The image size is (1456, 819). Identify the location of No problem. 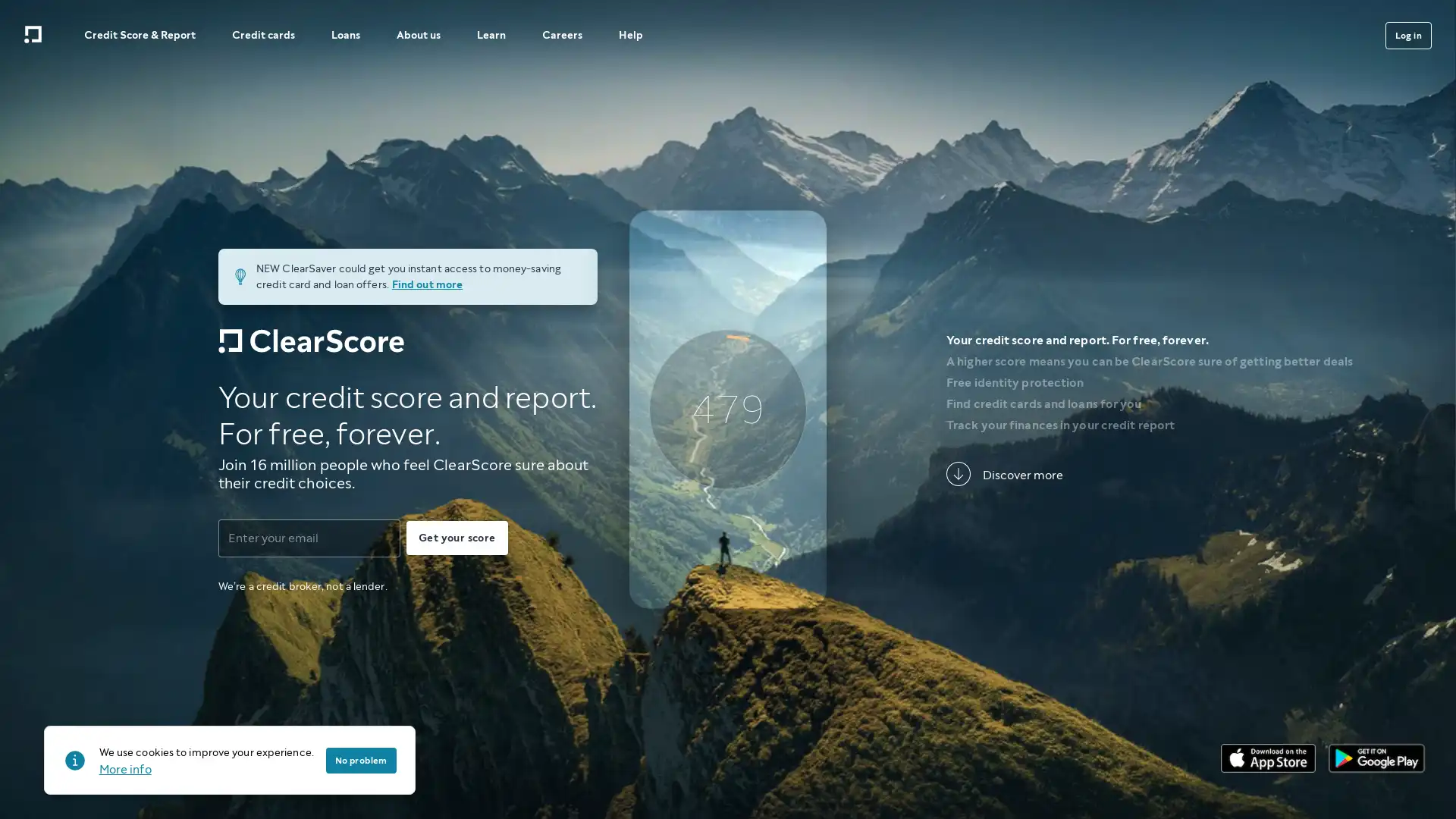
(359, 760).